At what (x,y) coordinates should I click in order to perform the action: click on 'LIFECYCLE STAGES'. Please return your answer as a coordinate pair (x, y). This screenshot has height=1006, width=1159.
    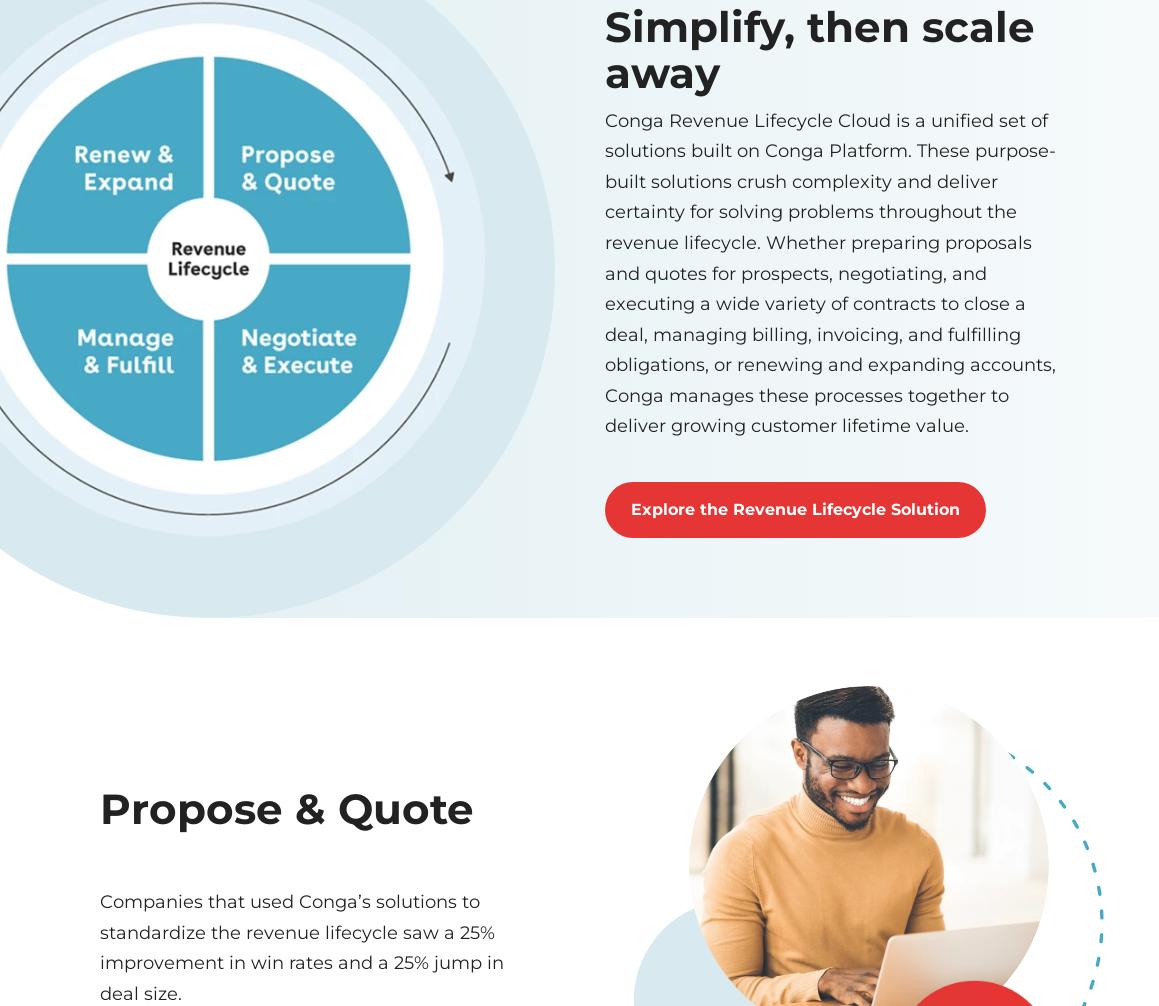
    Looking at the image, I should click on (100, 668).